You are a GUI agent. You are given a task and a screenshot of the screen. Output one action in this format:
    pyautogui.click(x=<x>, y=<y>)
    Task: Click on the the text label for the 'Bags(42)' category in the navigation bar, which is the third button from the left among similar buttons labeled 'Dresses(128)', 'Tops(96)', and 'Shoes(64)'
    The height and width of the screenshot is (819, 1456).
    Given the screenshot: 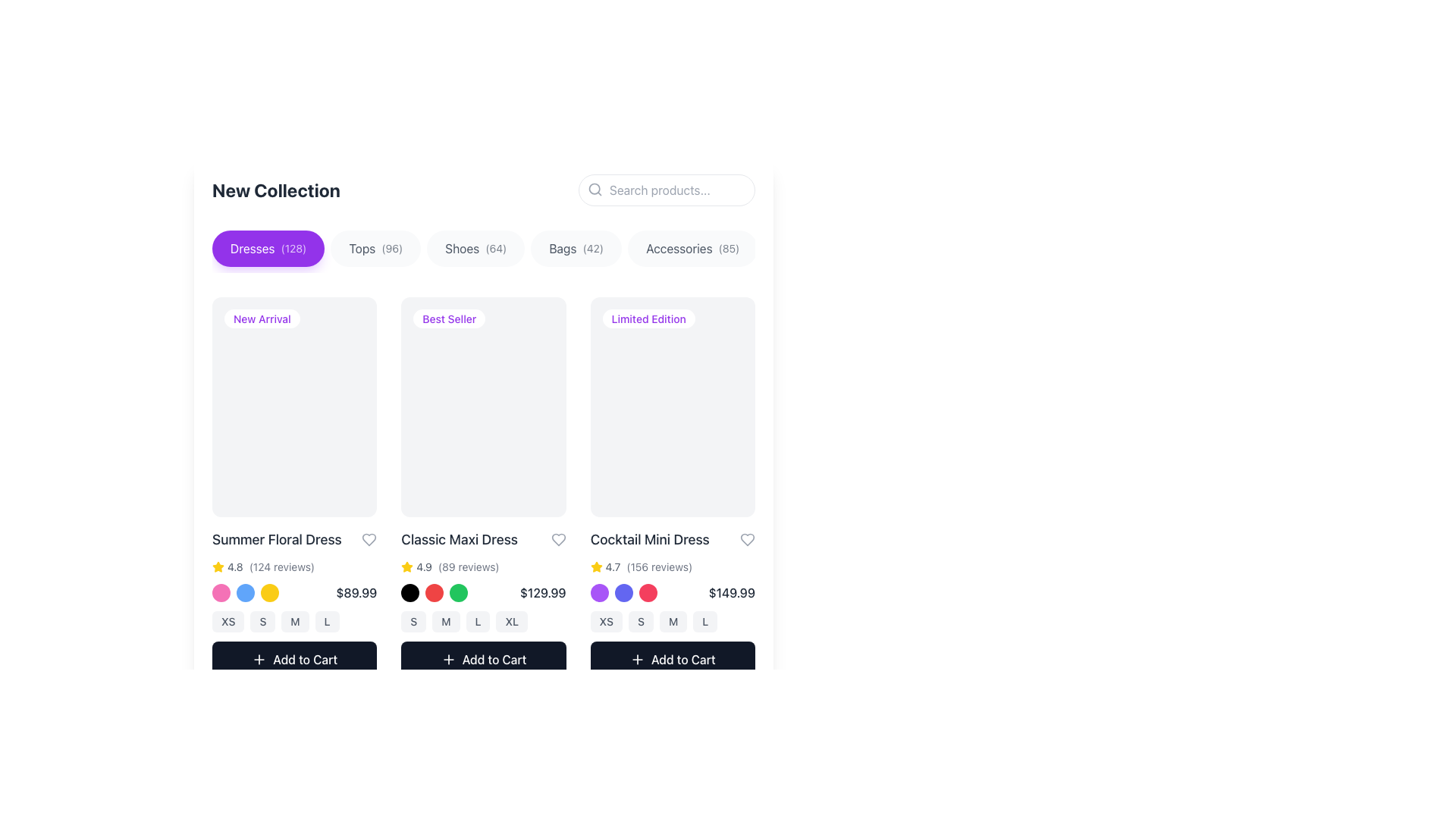 What is the action you would take?
    pyautogui.click(x=562, y=247)
    